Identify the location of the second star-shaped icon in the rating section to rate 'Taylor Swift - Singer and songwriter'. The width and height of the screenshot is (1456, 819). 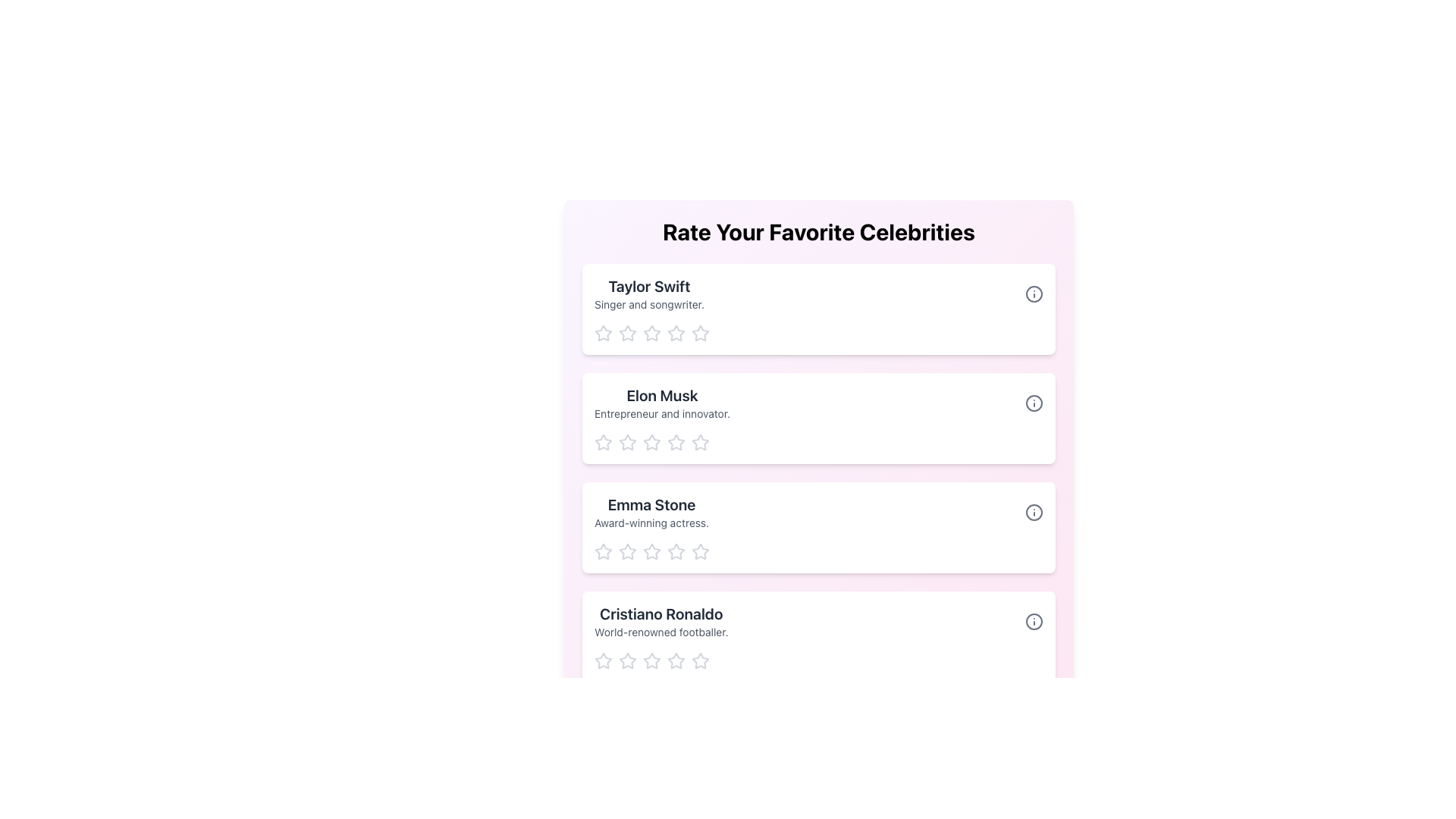
(676, 332).